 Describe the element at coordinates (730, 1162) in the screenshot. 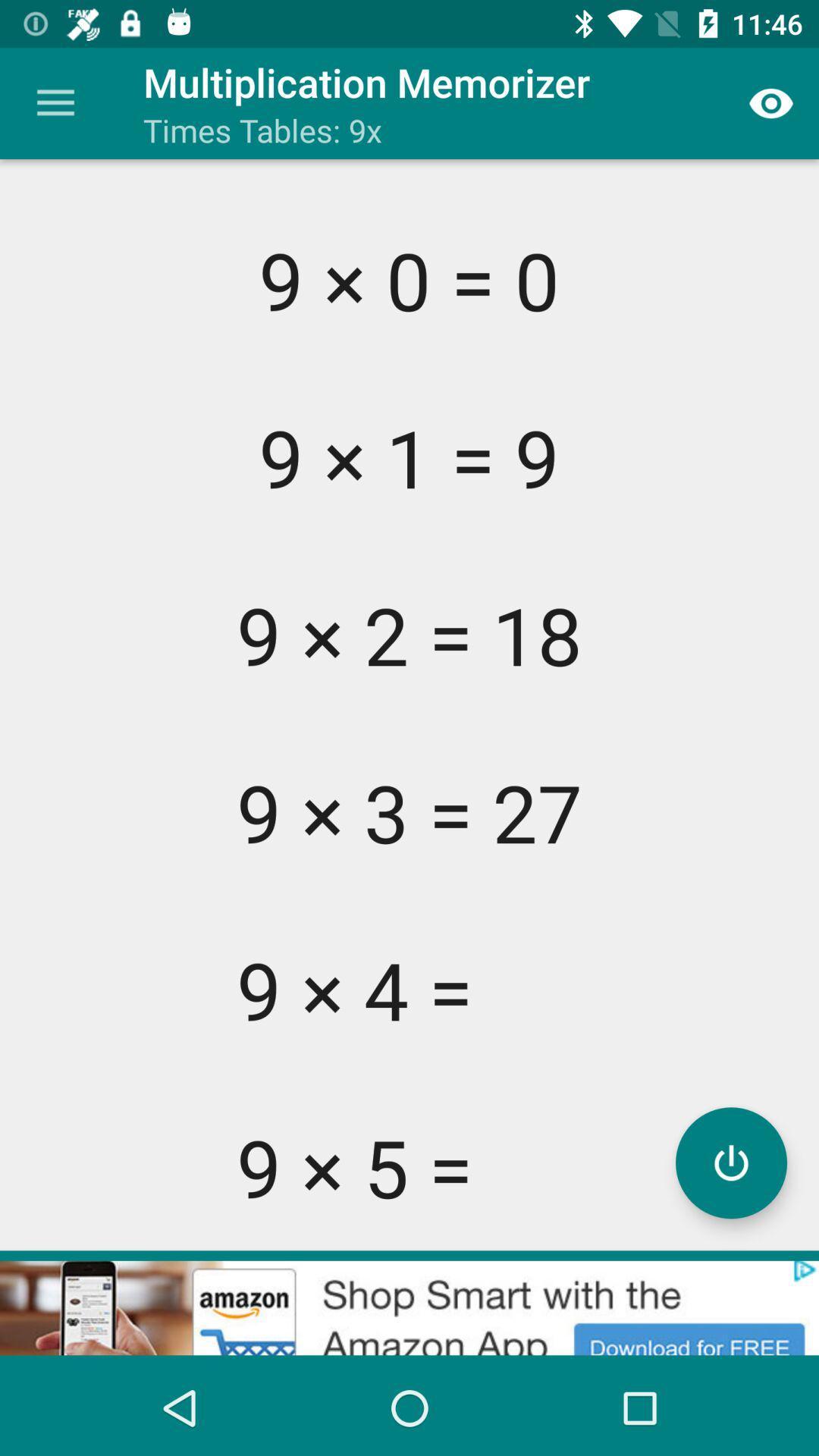

I see `the power icon` at that location.